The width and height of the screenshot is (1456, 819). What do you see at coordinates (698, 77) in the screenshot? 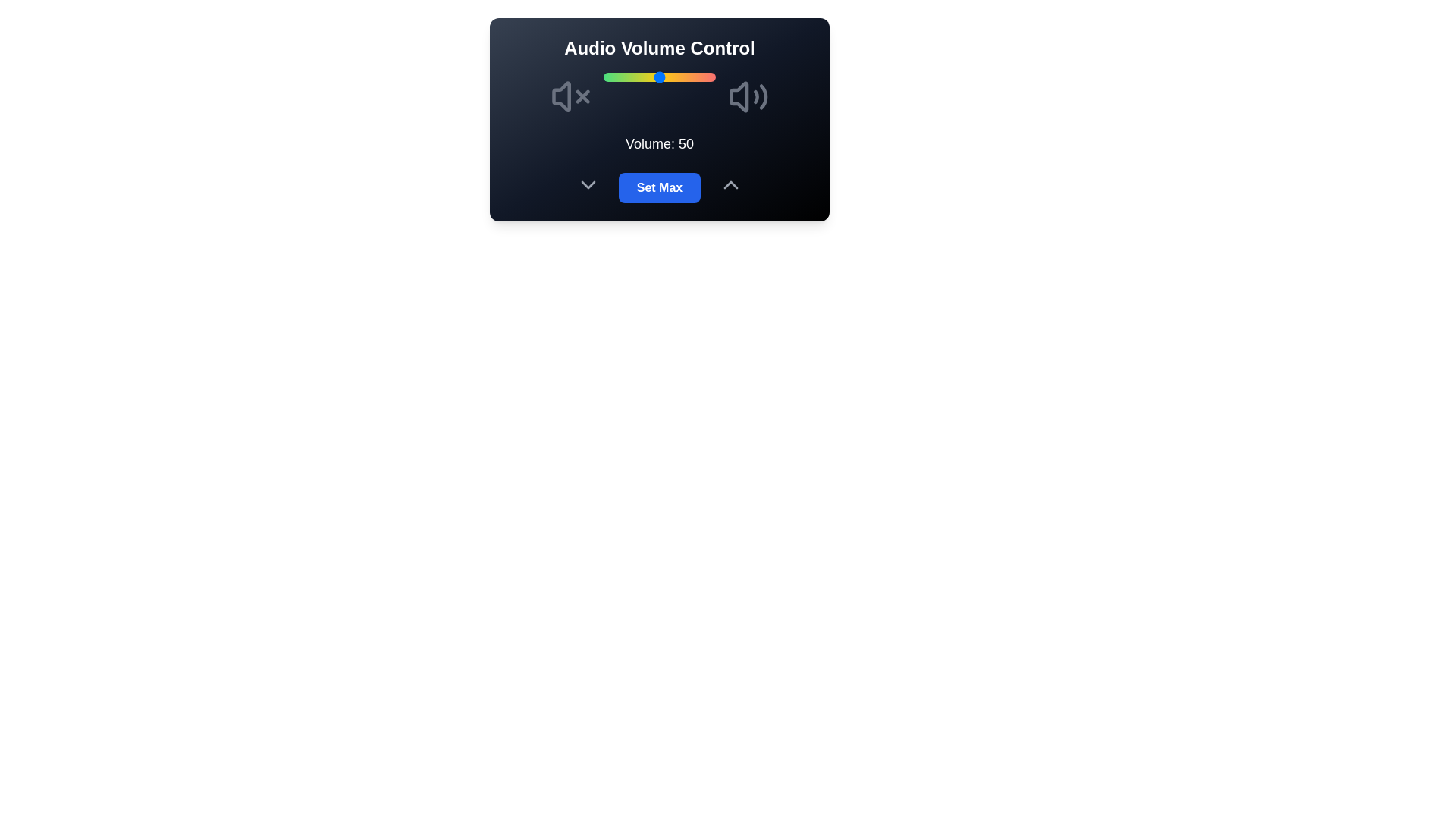
I see `the volume slider to 85 percent` at bounding box center [698, 77].